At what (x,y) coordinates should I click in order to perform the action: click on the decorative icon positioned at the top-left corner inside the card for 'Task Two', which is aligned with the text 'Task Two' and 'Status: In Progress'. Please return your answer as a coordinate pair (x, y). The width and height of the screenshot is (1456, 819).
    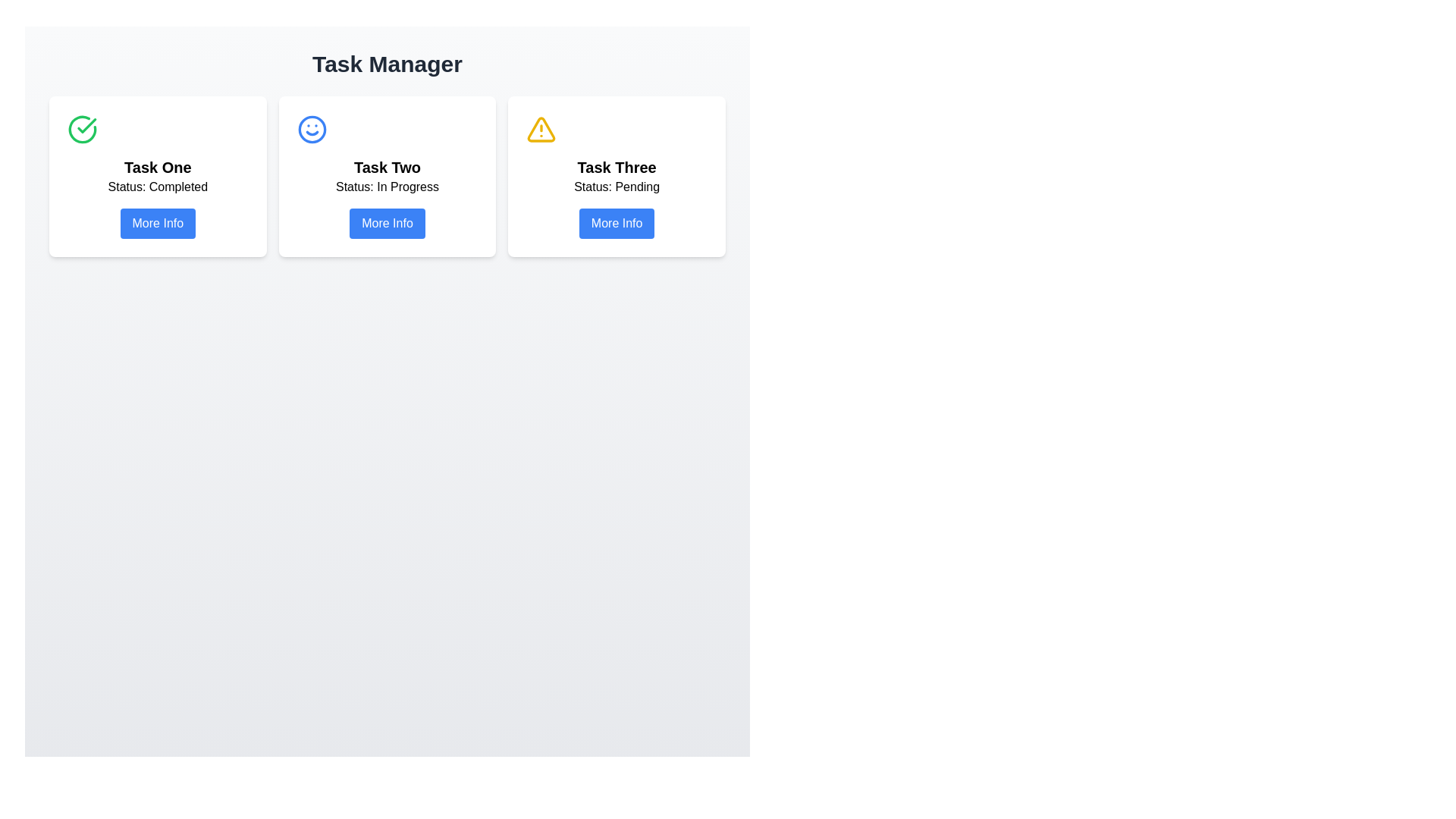
    Looking at the image, I should click on (311, 128).